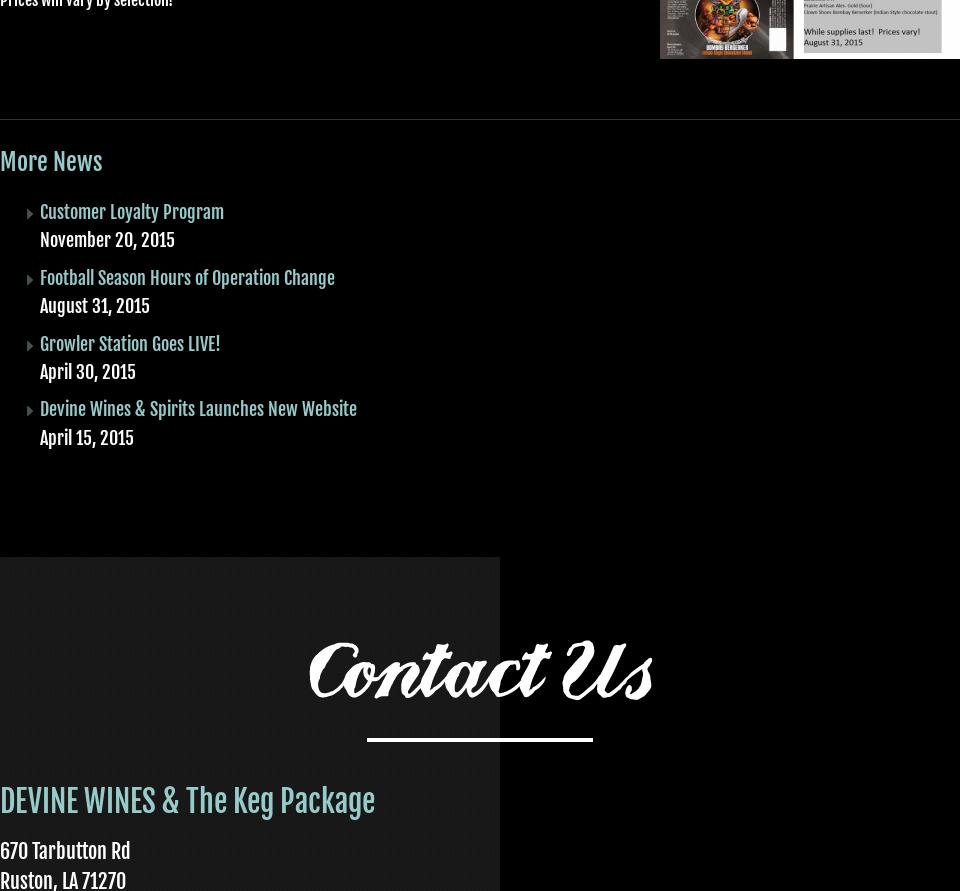 Image resolution: width=960 pixels, height=891 pixels. What do you see at coordinates (187, 276) in the screenshot?
I see `'Football Season Hours of Operation Change'` at bounding box center [187, 276].